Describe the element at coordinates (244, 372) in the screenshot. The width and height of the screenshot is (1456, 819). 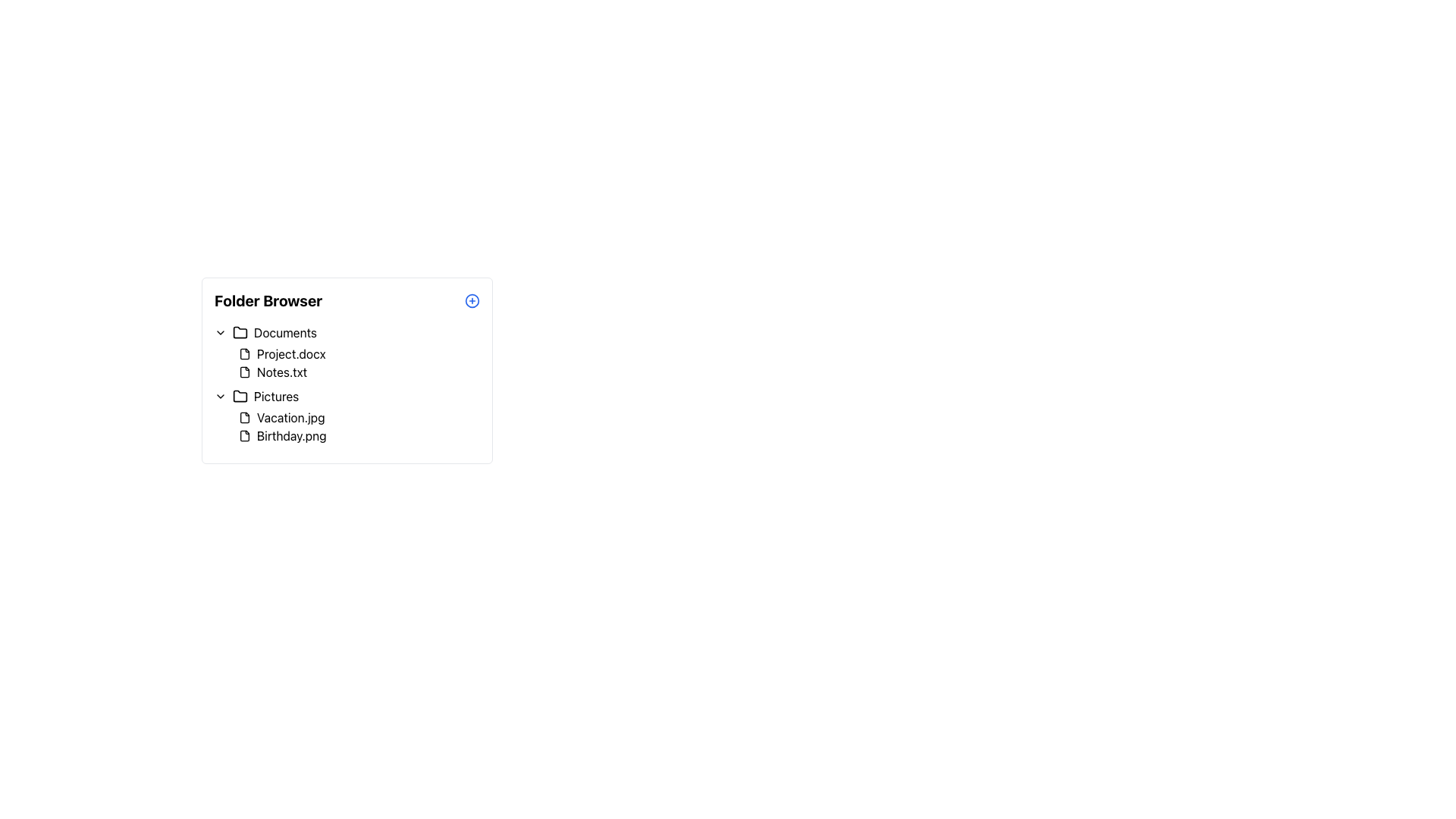
I see `the minimalist file icon located next to the text label 'Notes.txt' in the 'Documents' section of the folder browser interface` at that location.